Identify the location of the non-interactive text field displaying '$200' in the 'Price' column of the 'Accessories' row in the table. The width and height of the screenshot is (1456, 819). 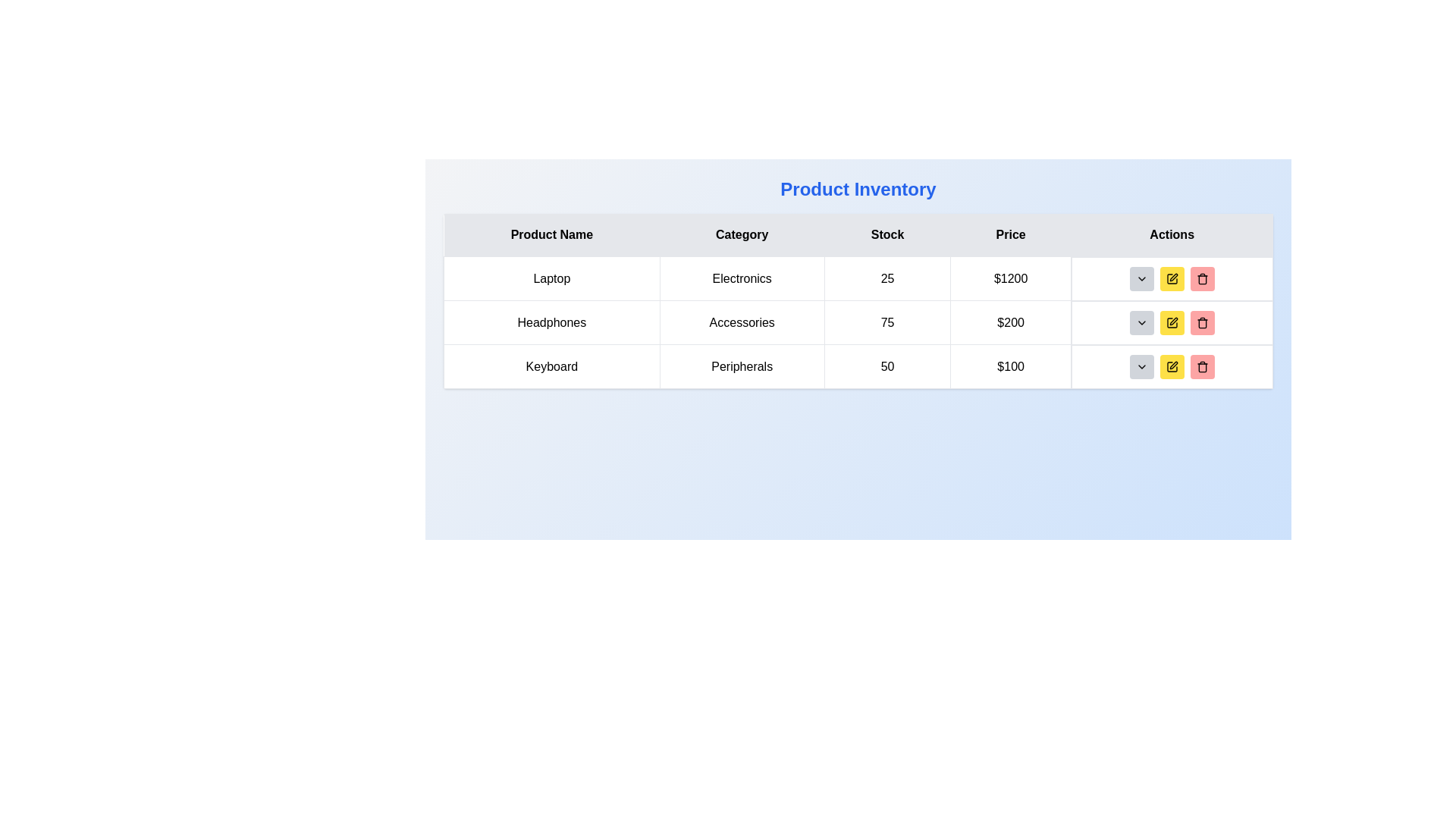
(1011, 322).